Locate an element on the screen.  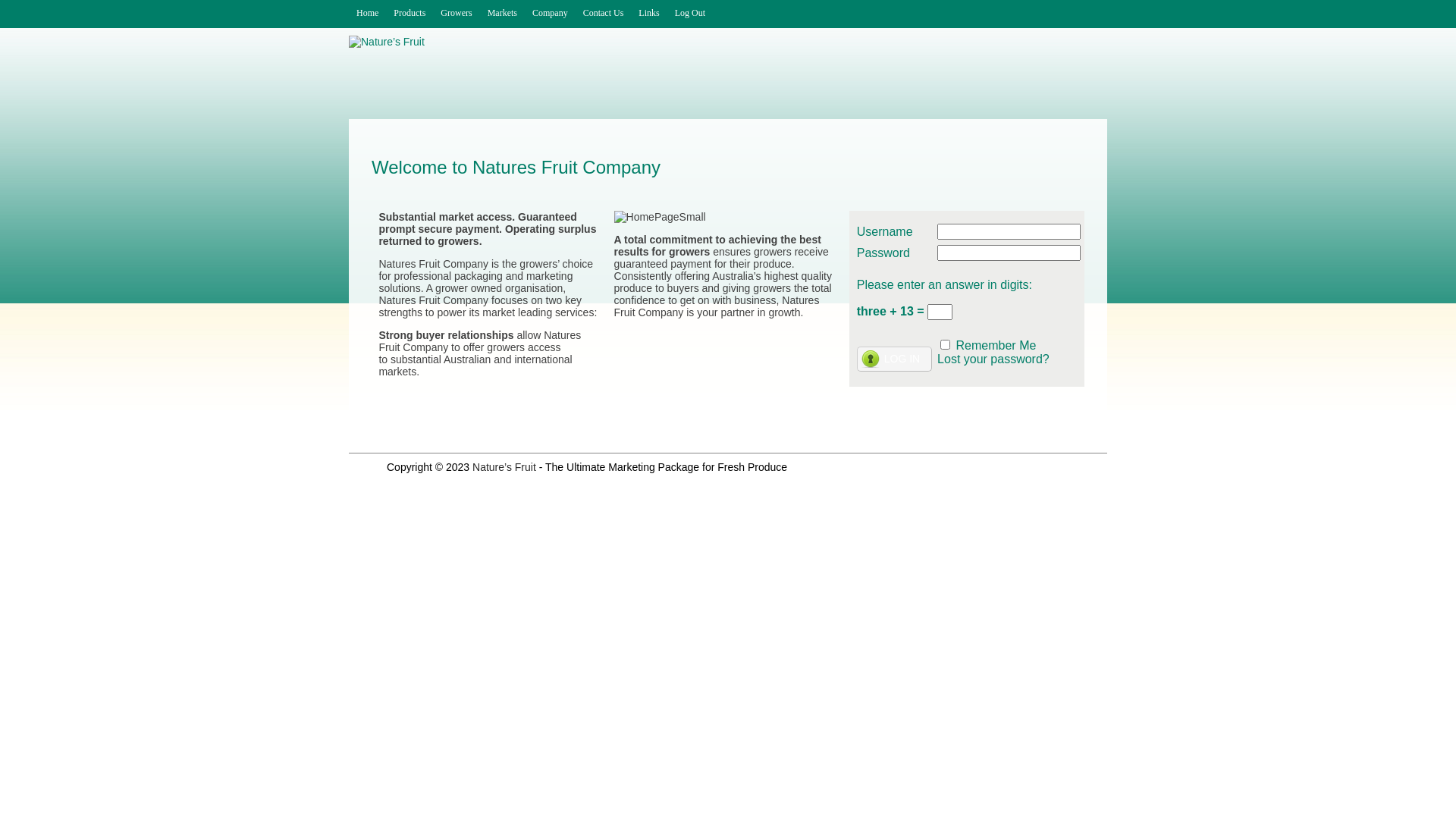
'Log In' is located at coordinates (894, 359).